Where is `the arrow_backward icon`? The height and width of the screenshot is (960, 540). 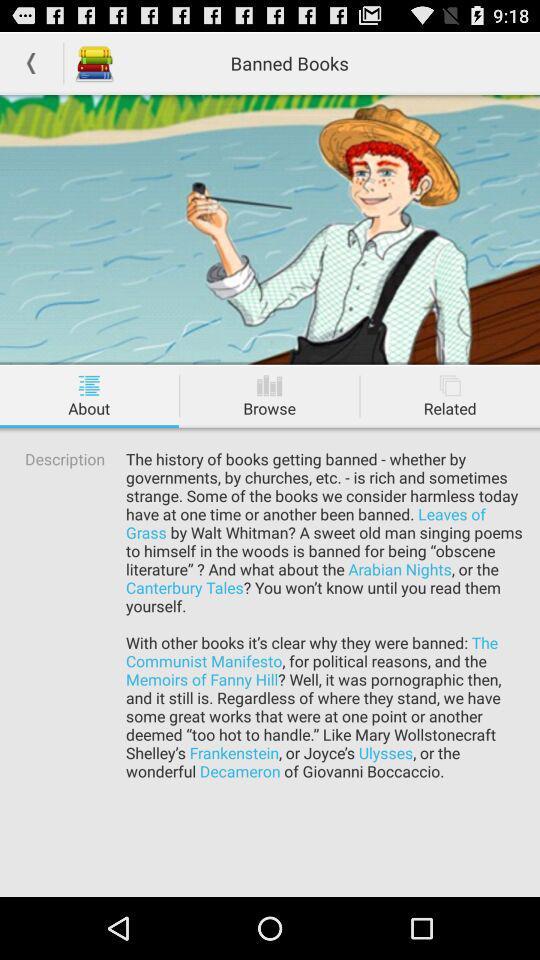
the arrow_backward icon is located at coordinates (30, 67).